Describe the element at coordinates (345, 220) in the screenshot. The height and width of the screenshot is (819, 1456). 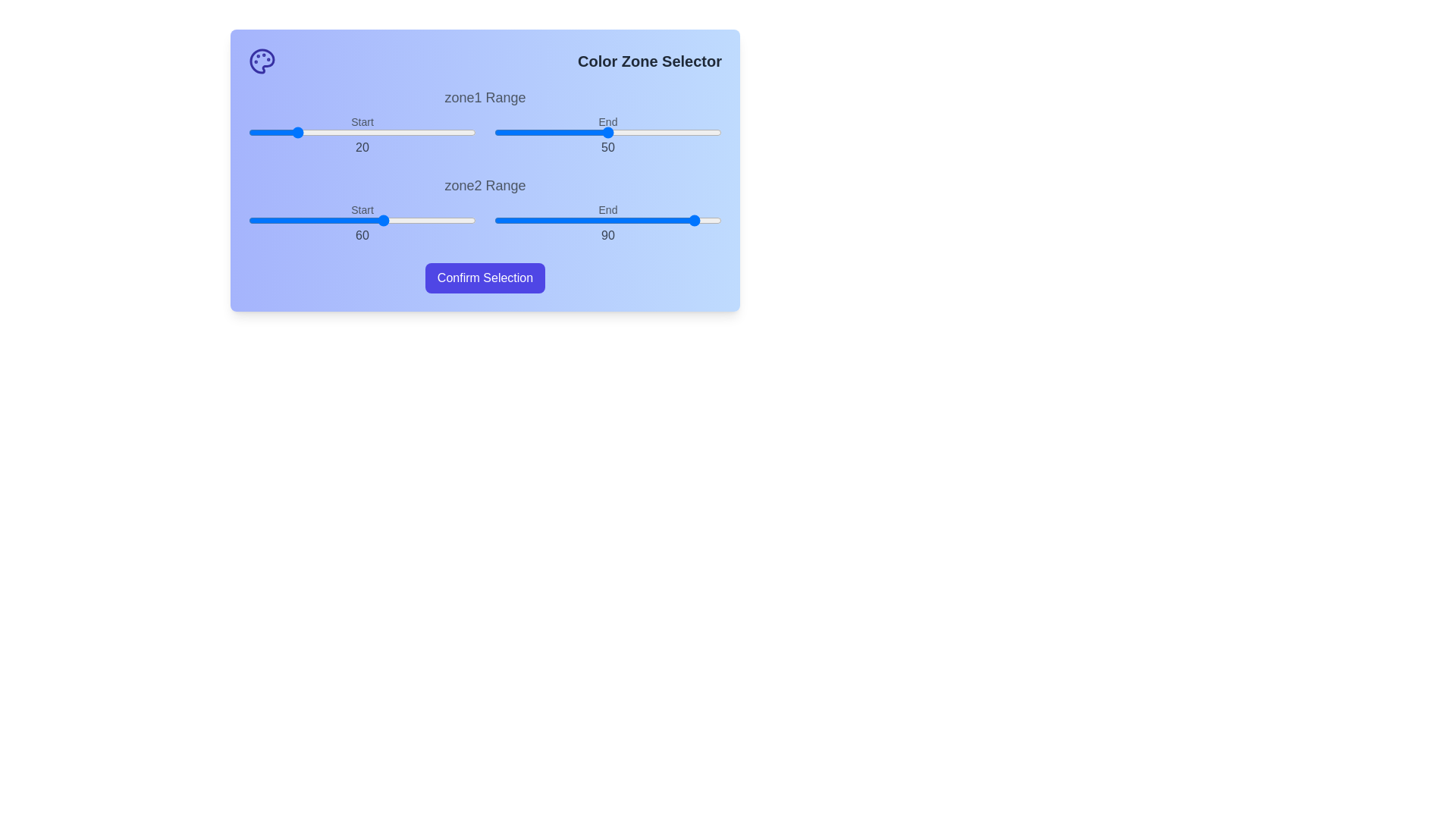
I see `the start range slider for zone2 to 43` at that location.